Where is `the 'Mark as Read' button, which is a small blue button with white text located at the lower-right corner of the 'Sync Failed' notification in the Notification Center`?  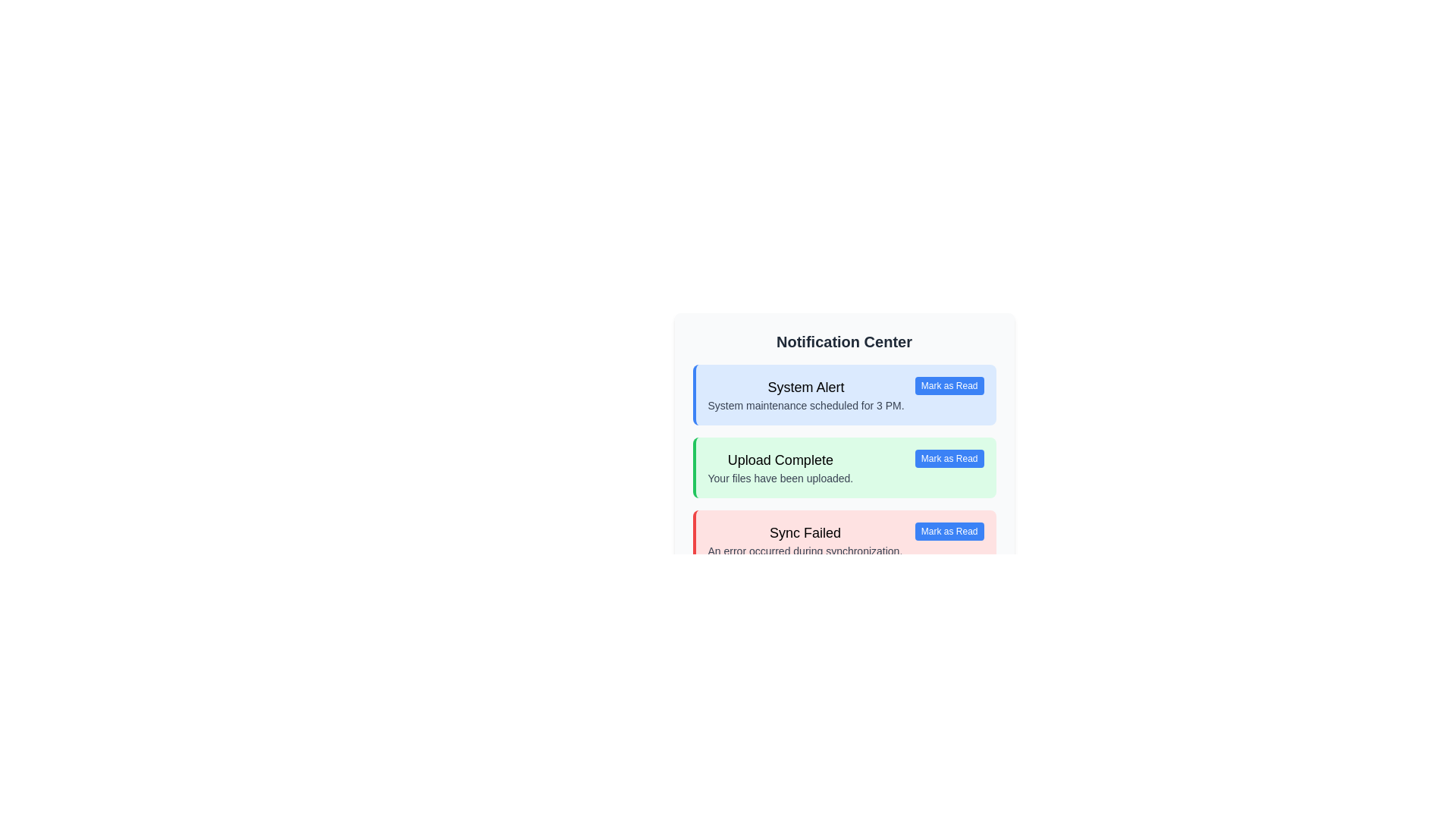
the 'Mark as Read' button, which is a small blue button with white text located at the lower-right corner of the 'Sync Failed' notification in the Notification Center is located at coordinates (949, 531).